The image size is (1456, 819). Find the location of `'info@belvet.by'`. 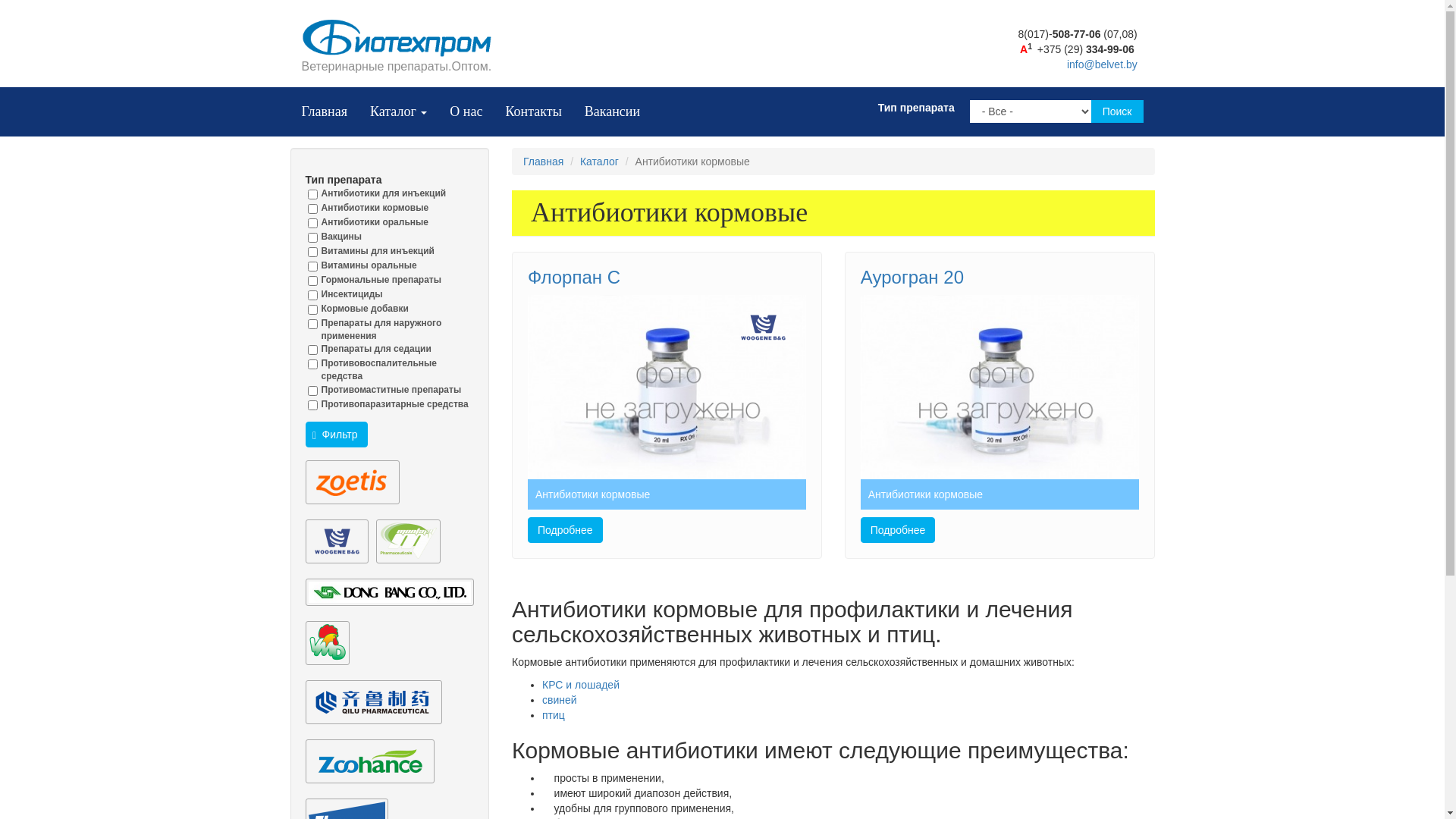

'info@belvet.by' is located at coordinates (1102, 63).